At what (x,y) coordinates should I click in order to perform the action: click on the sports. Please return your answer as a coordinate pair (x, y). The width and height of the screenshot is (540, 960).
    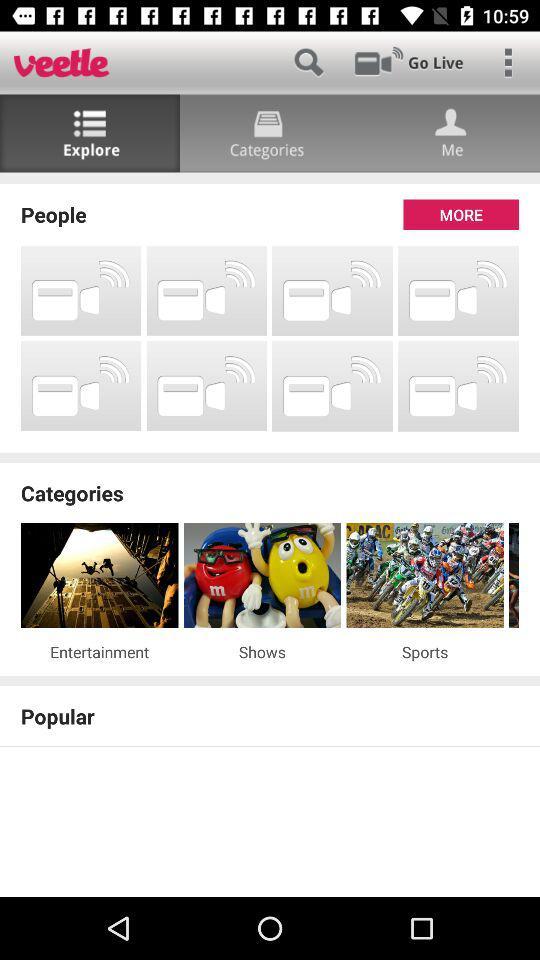
    Looking at the image, I should click on (424, 650).